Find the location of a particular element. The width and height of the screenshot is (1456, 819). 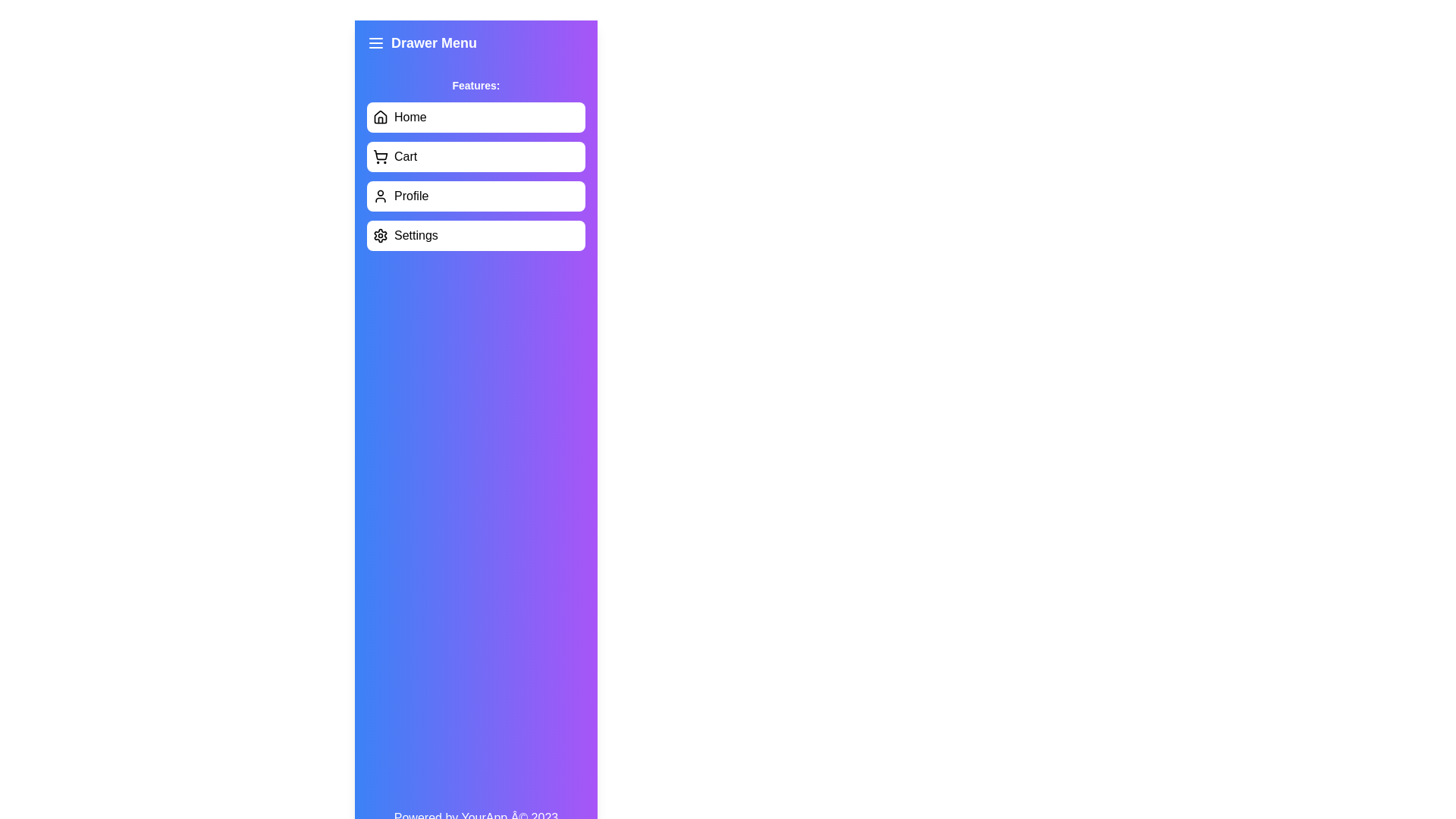

the user icon with a circular head and shoulder arc, located in the 'Profile' group, to the left of the text 'Profile' is located at coordinates (381, 195).